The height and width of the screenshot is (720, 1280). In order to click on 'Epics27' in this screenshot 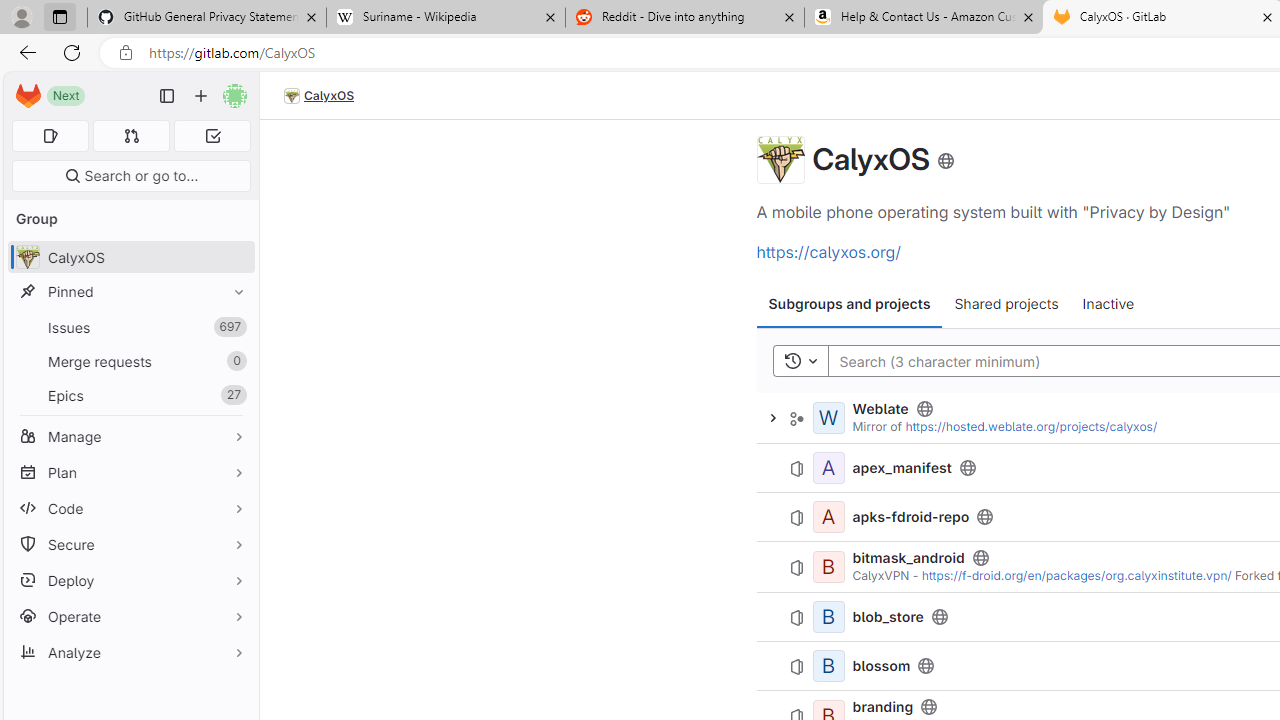, I will do `click(130, 395)`.